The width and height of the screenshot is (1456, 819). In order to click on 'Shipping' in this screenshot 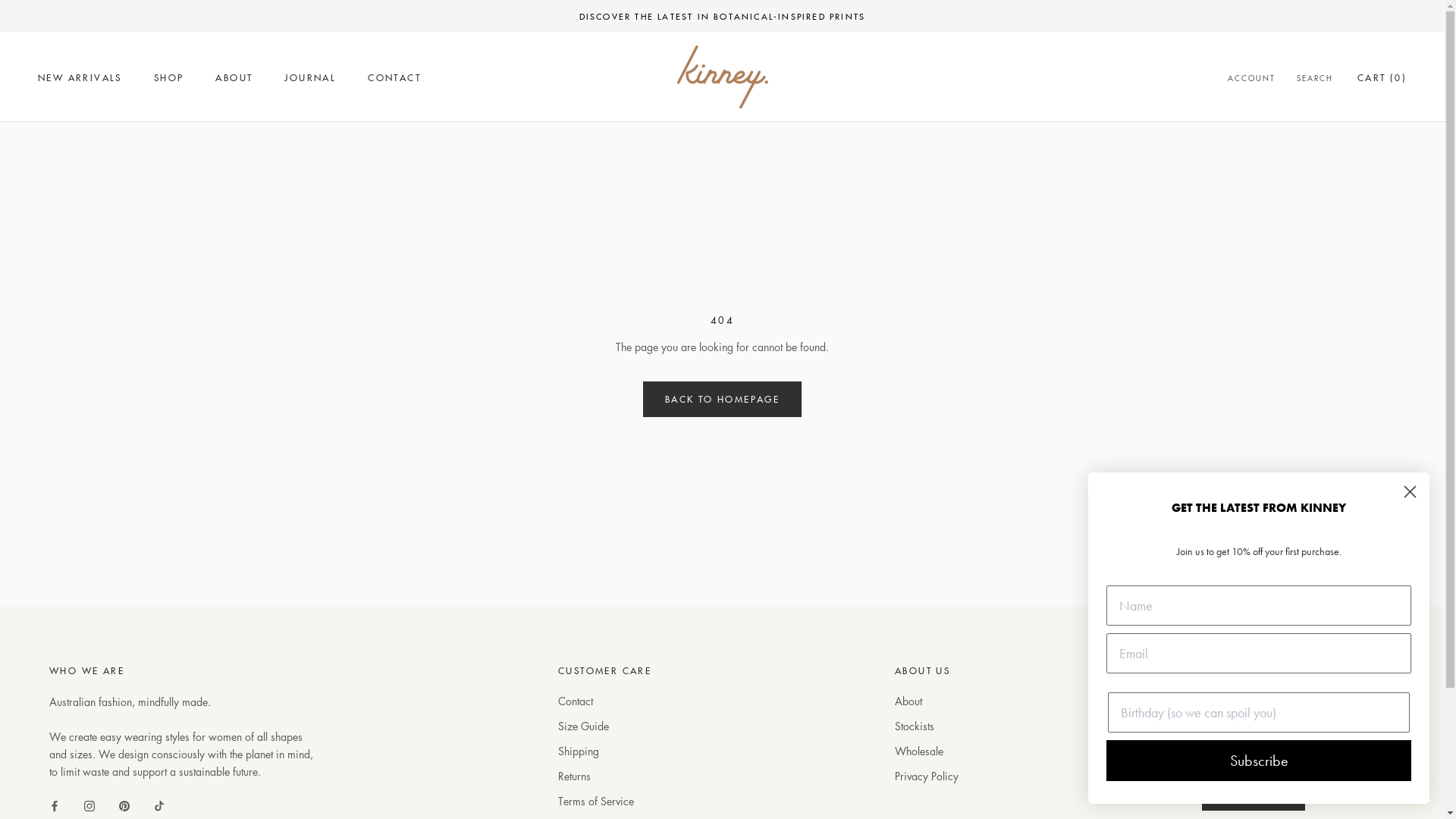, I will do `click(604, 751)`.